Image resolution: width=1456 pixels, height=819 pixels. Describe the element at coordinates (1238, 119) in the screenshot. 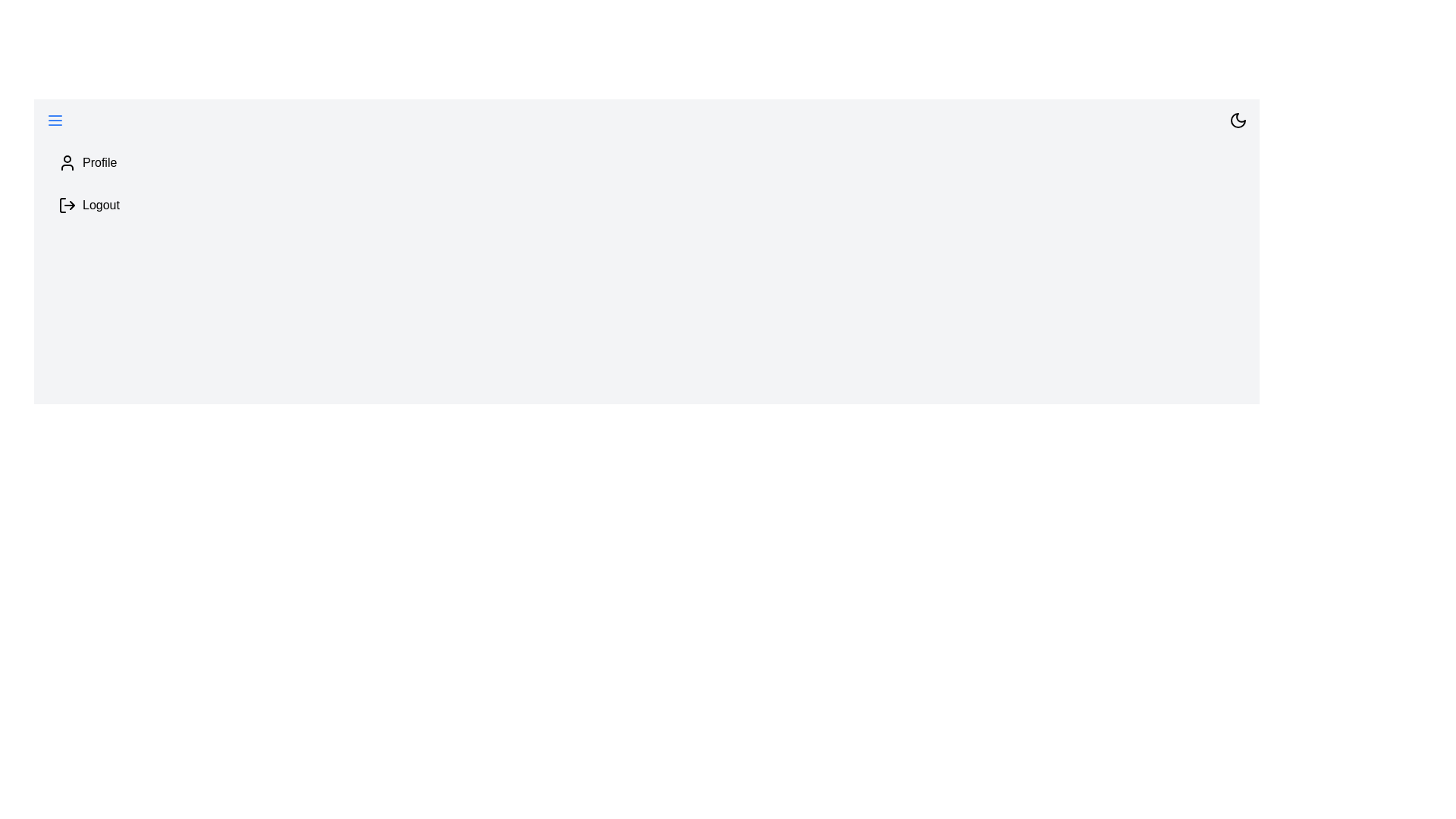

I see `the theme toggle icon button located at the far right edge of the toolbar` at that location.